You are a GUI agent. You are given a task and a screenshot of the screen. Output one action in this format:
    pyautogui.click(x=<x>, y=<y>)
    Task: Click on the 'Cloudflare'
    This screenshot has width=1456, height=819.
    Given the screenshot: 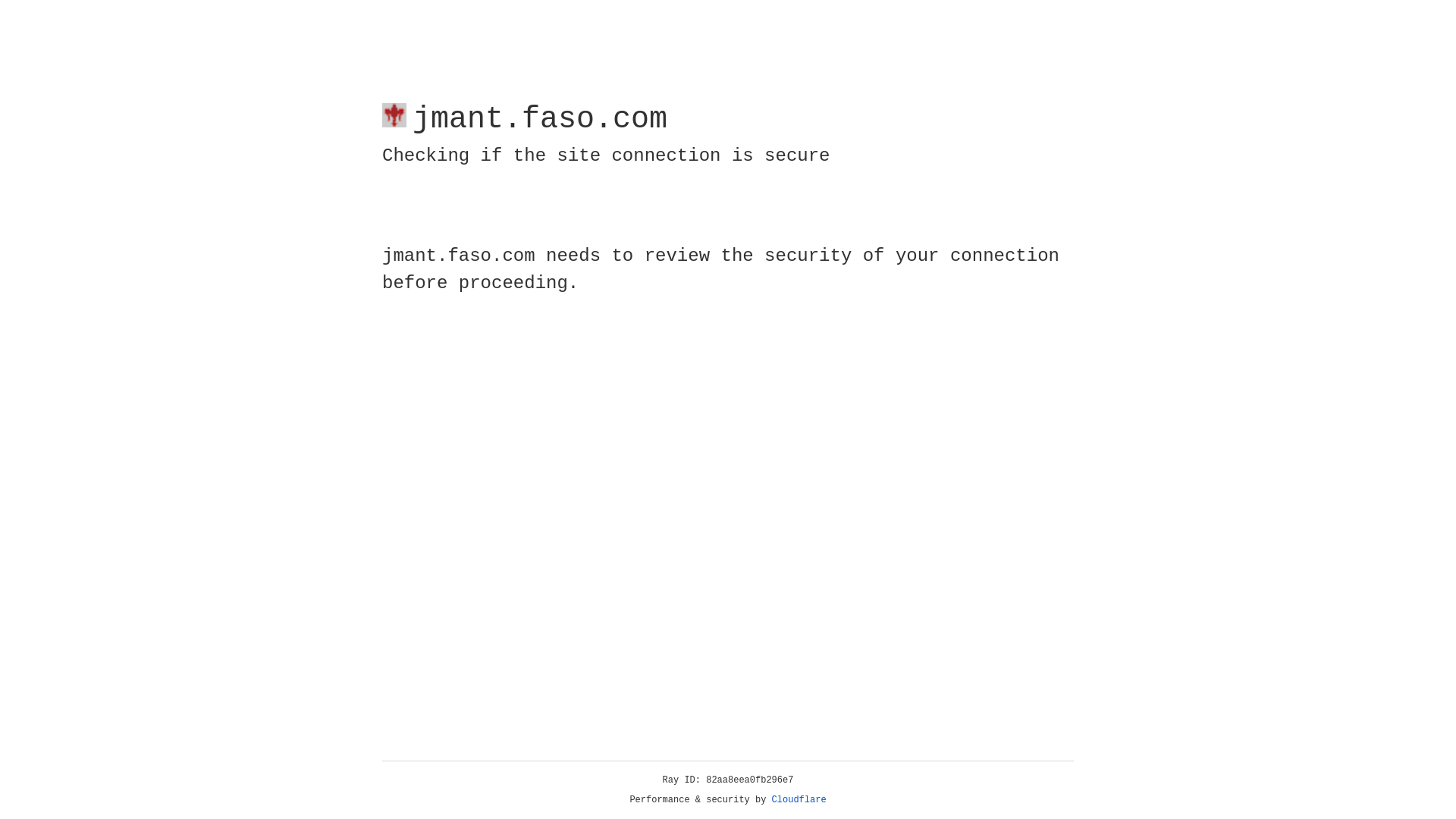 What is the action you would take?
    pyautogui.click(x=799, y=799)
    